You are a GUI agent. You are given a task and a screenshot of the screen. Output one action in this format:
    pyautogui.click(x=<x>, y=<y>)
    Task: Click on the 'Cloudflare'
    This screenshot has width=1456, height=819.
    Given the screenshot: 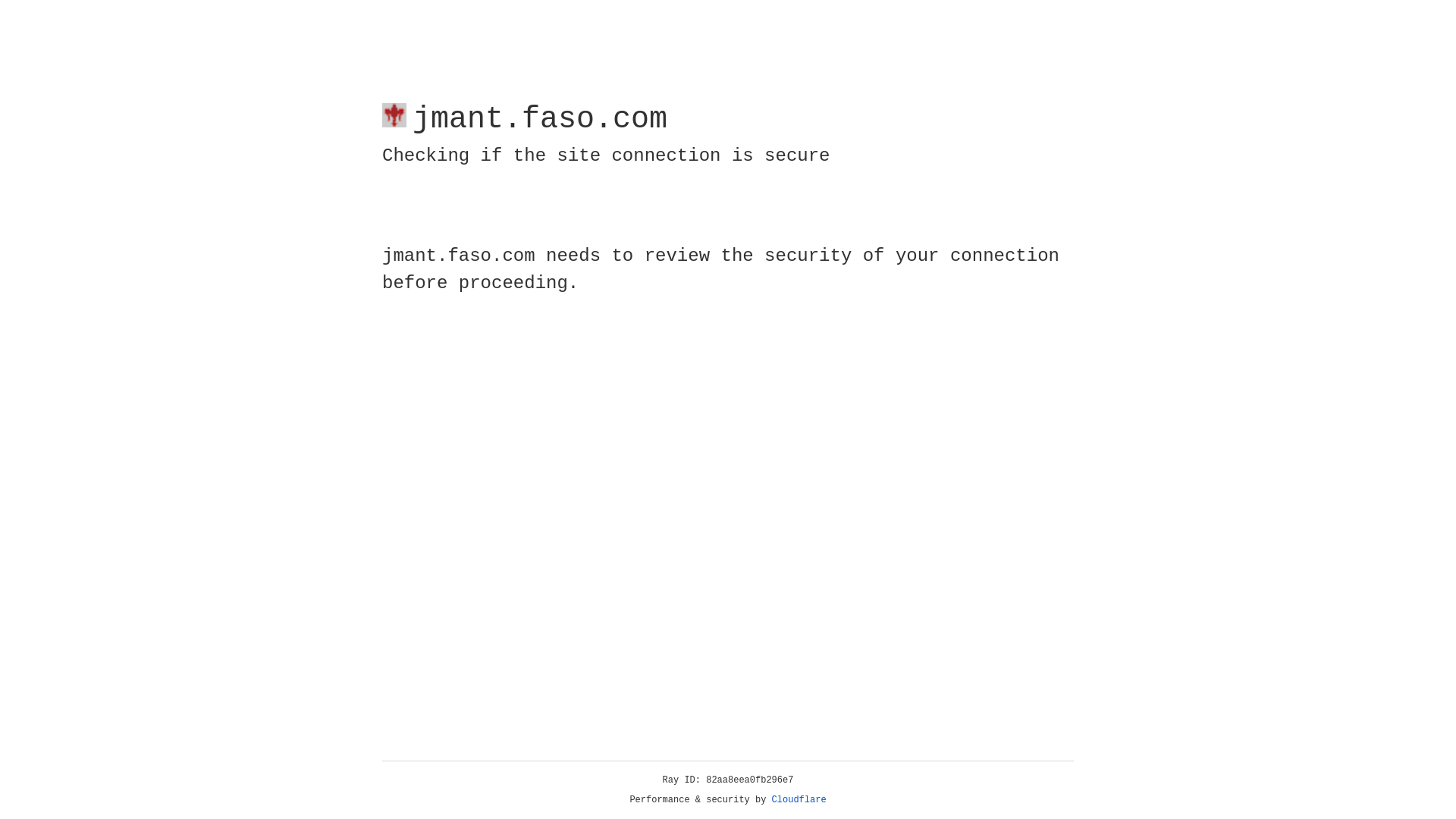 What is the action you would take?
    pyautogui.click(x=799, y=799)
    